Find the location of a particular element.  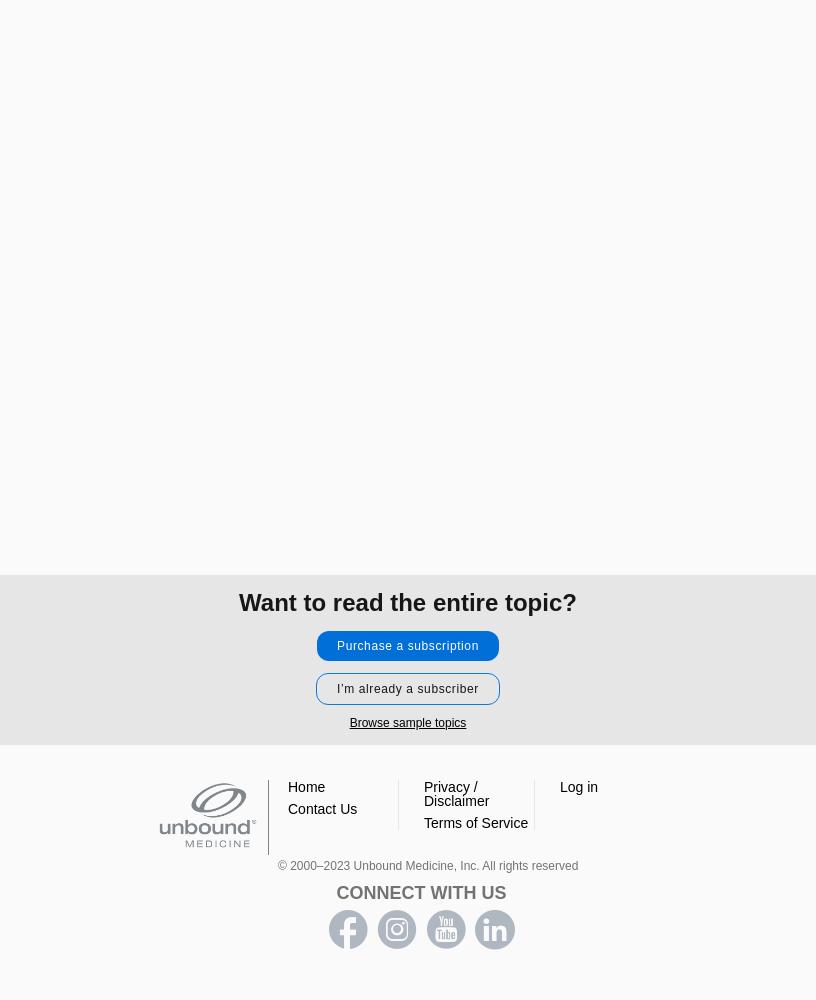

'CONNECT WITH US' is located at coordinates (419, 893).